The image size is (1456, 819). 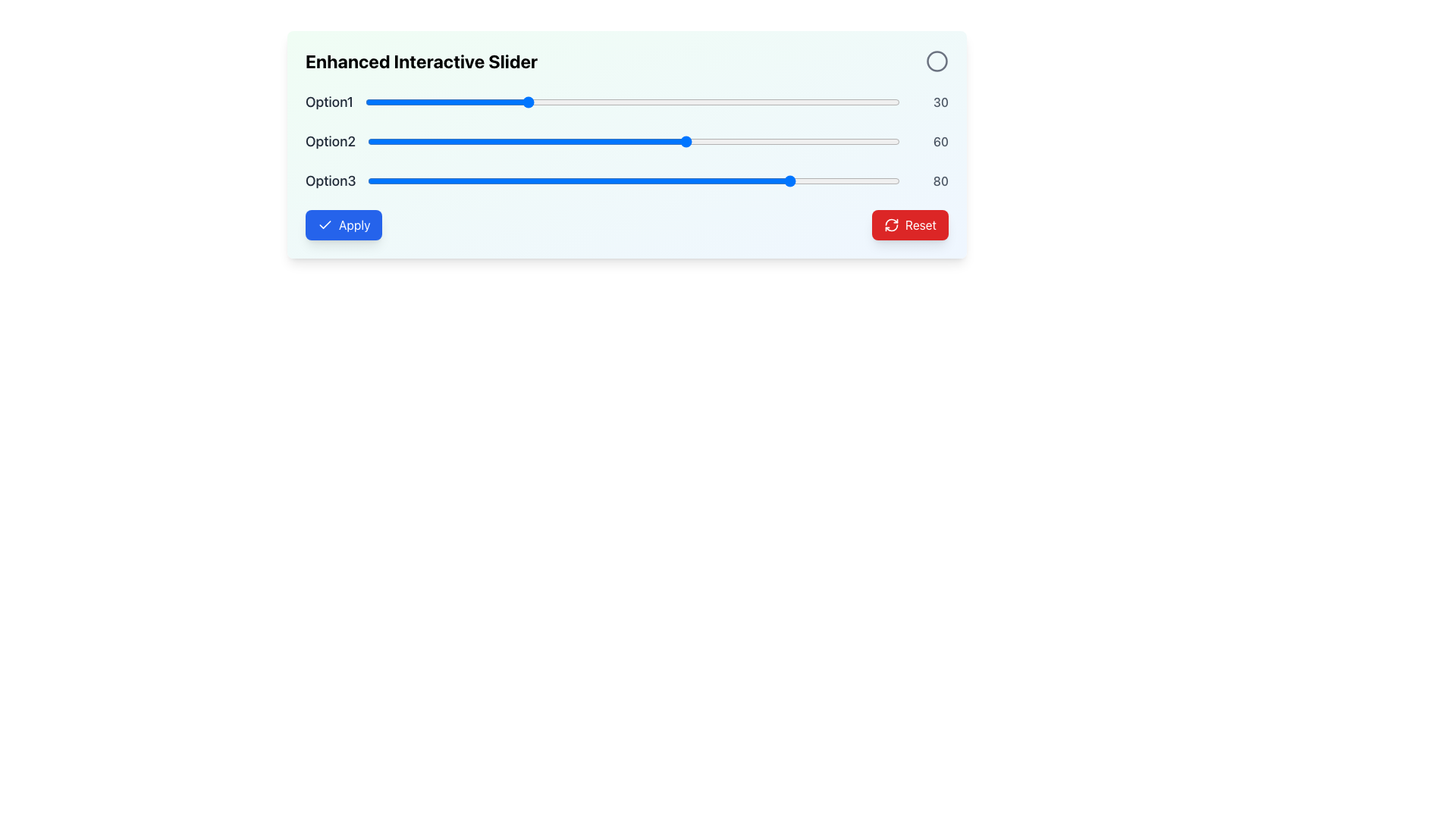 I want to click on the value of the slider, so click(x=654, y=102).